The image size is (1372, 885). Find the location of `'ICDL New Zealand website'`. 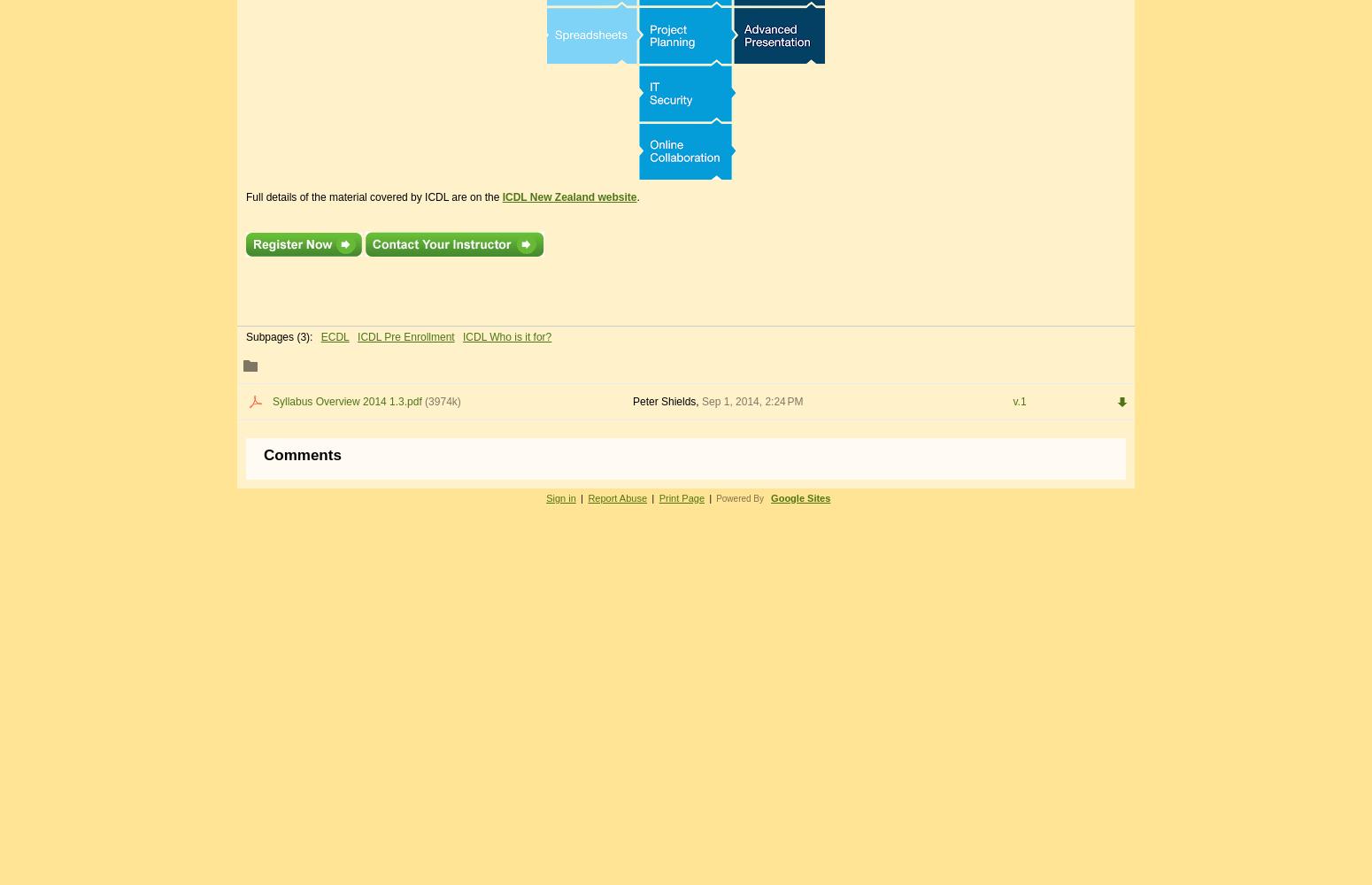

'ICDL New Zealand website' is located at coordinates (567, 196).